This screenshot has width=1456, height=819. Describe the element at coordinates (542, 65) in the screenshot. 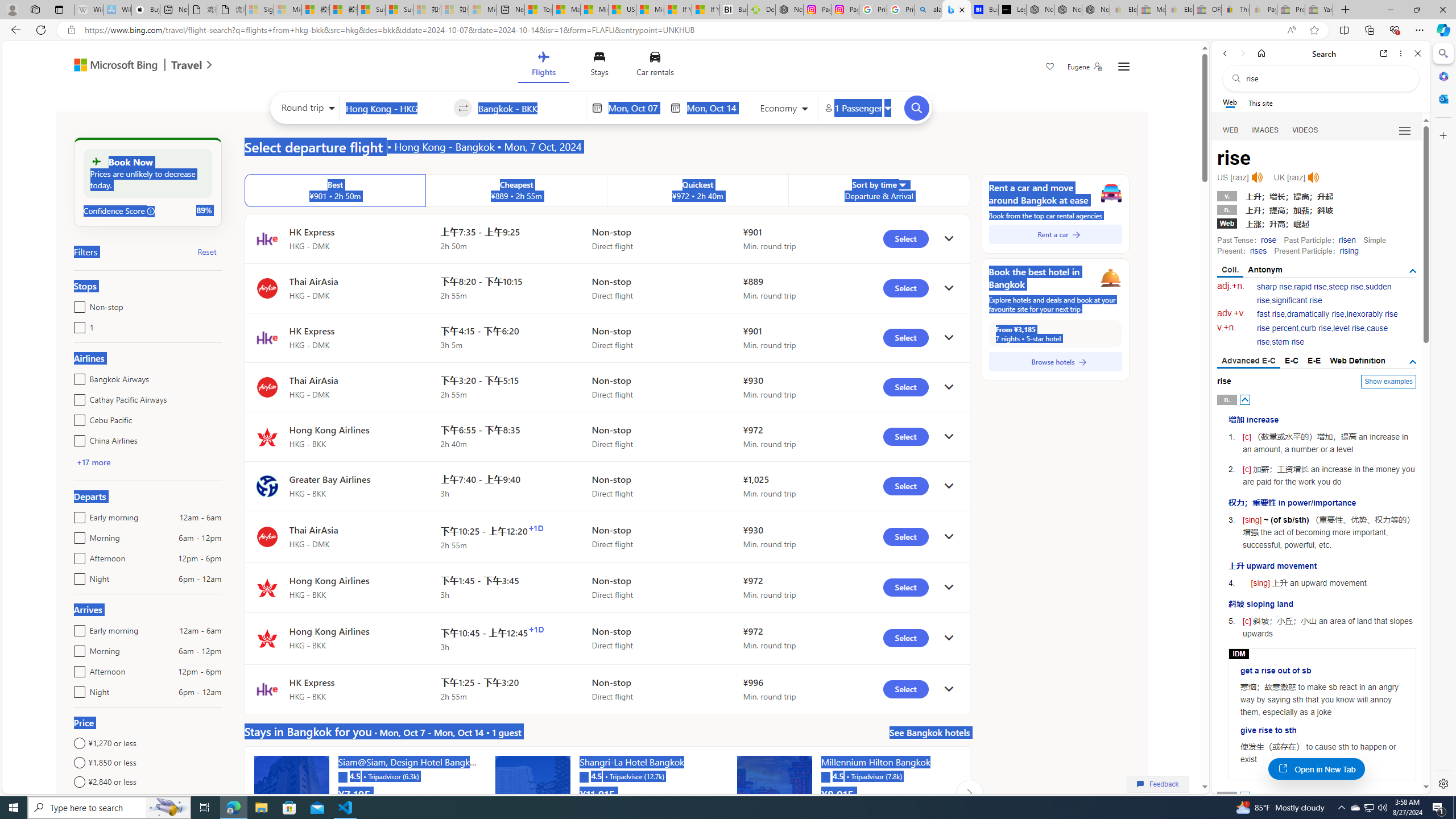

I see `'Flights'` at that location.